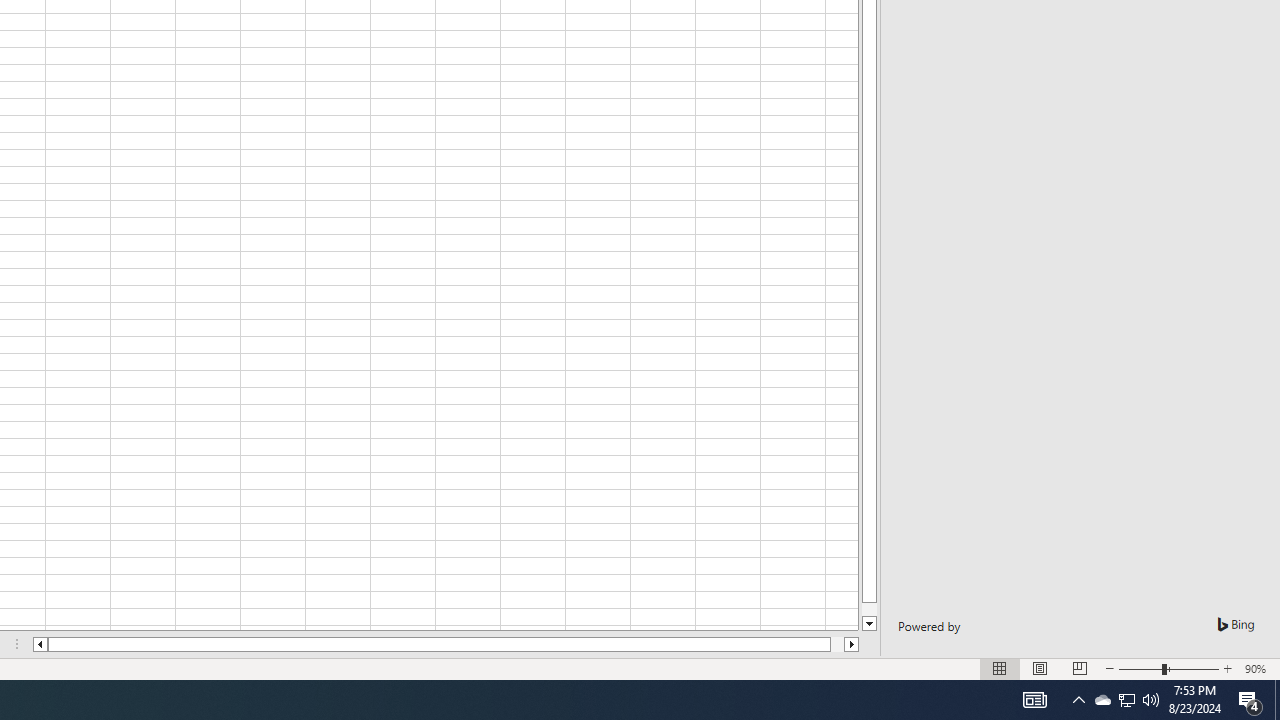 The image size is (1280, 720). Describe the element at coordinates (1000, 669) in the screenshot. I see `'Normal'` at that location.